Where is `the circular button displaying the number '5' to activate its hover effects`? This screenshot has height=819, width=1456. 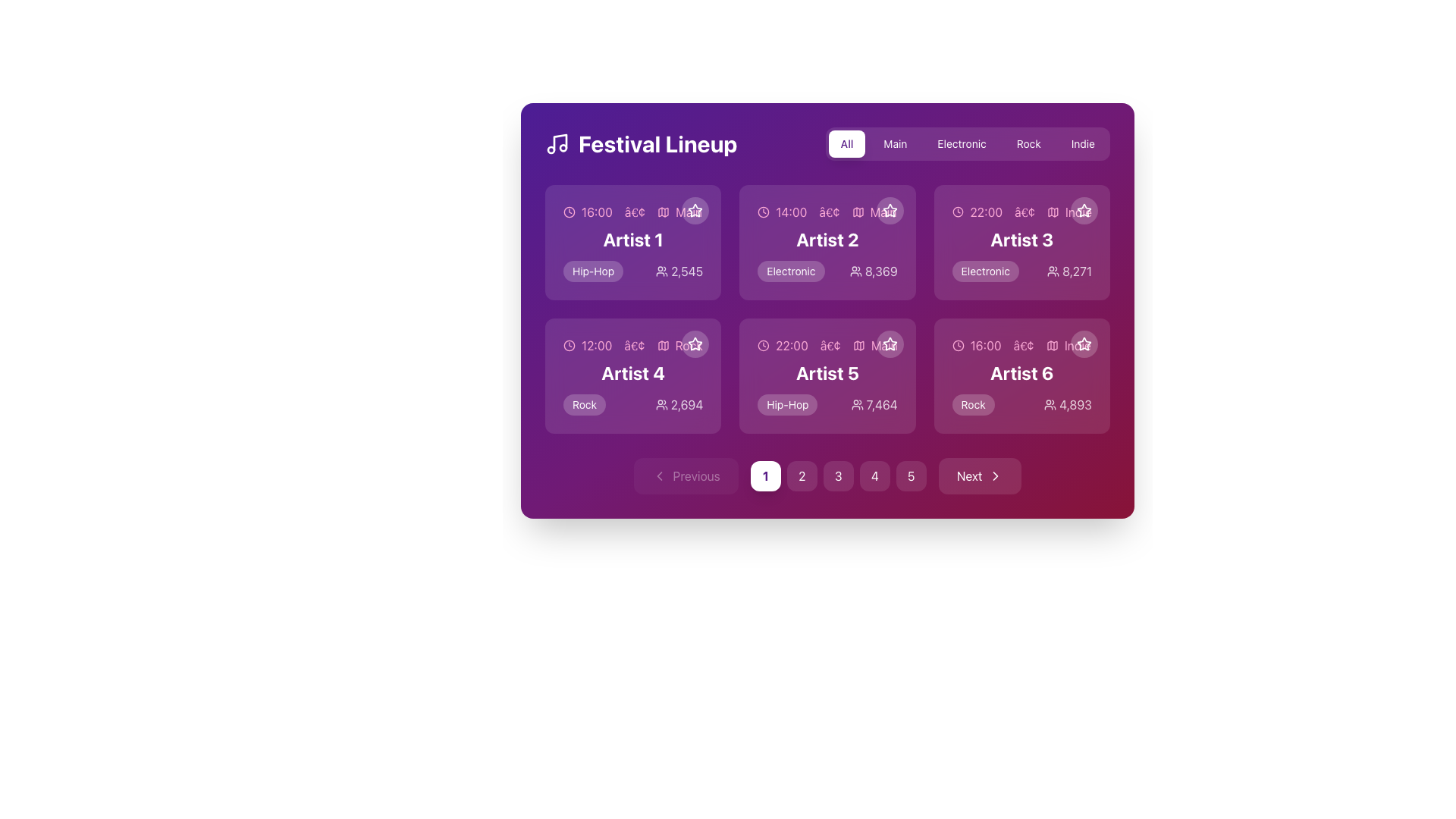
the circular button displaying the number '5' to activate its hover effects is located at coordinates (910, 475).